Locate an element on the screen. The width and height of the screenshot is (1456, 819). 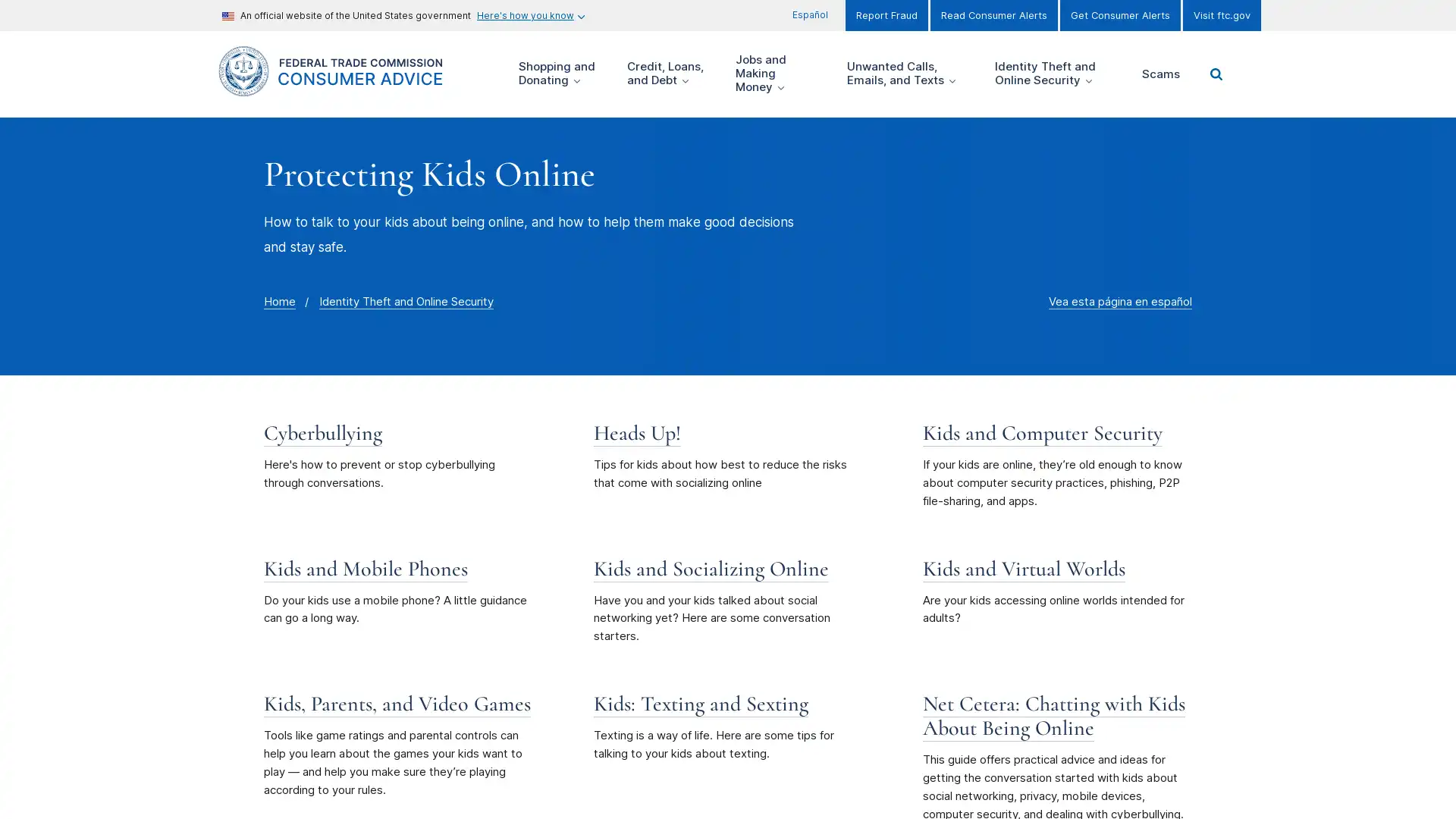
Show/hide Jobs and Making Money menu items is located at coordinates (780, 74).